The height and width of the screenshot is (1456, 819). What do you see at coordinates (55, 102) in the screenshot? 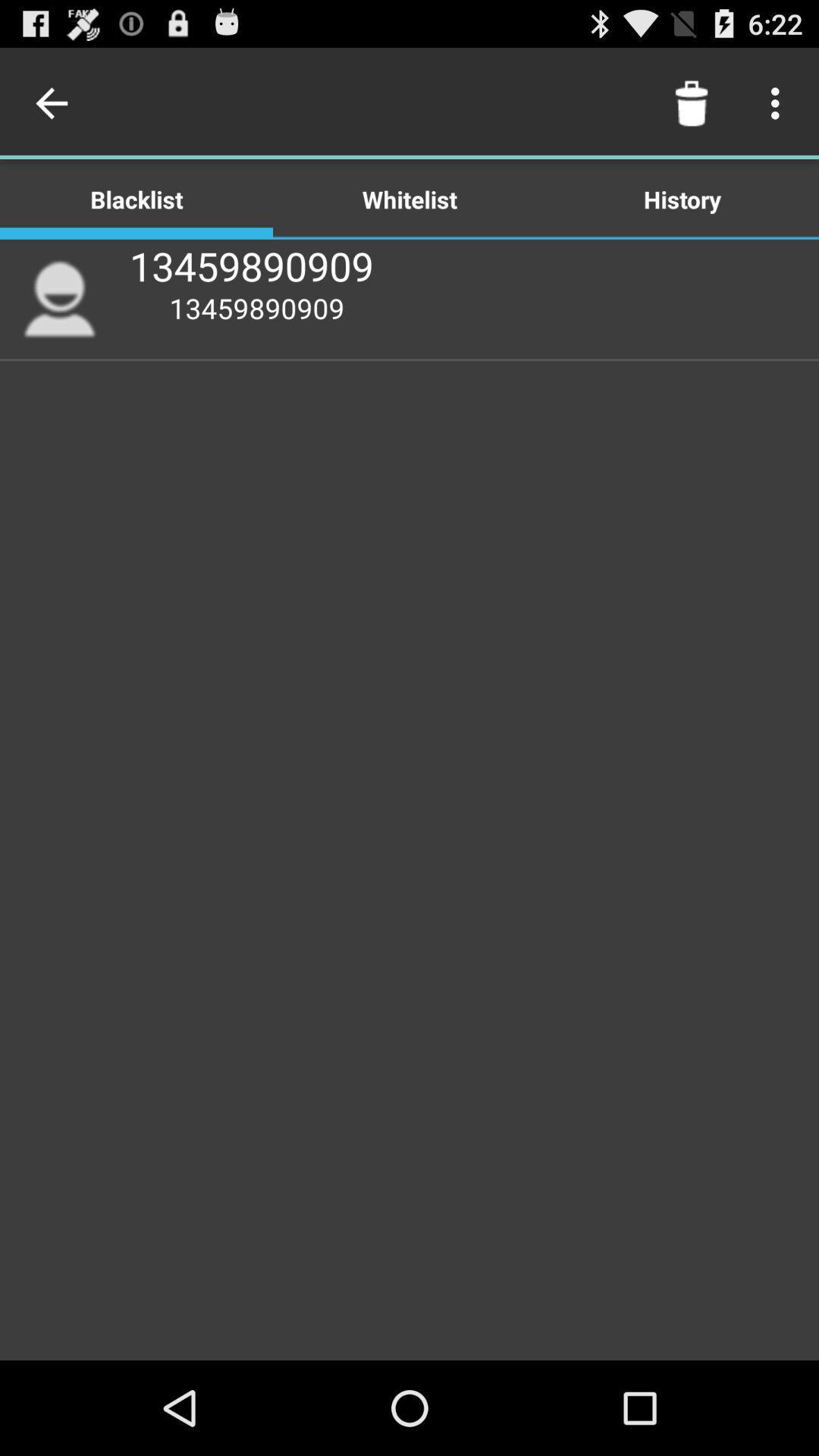
I see `the item to the left of the whitelist item` at bounding box center [55, 102].